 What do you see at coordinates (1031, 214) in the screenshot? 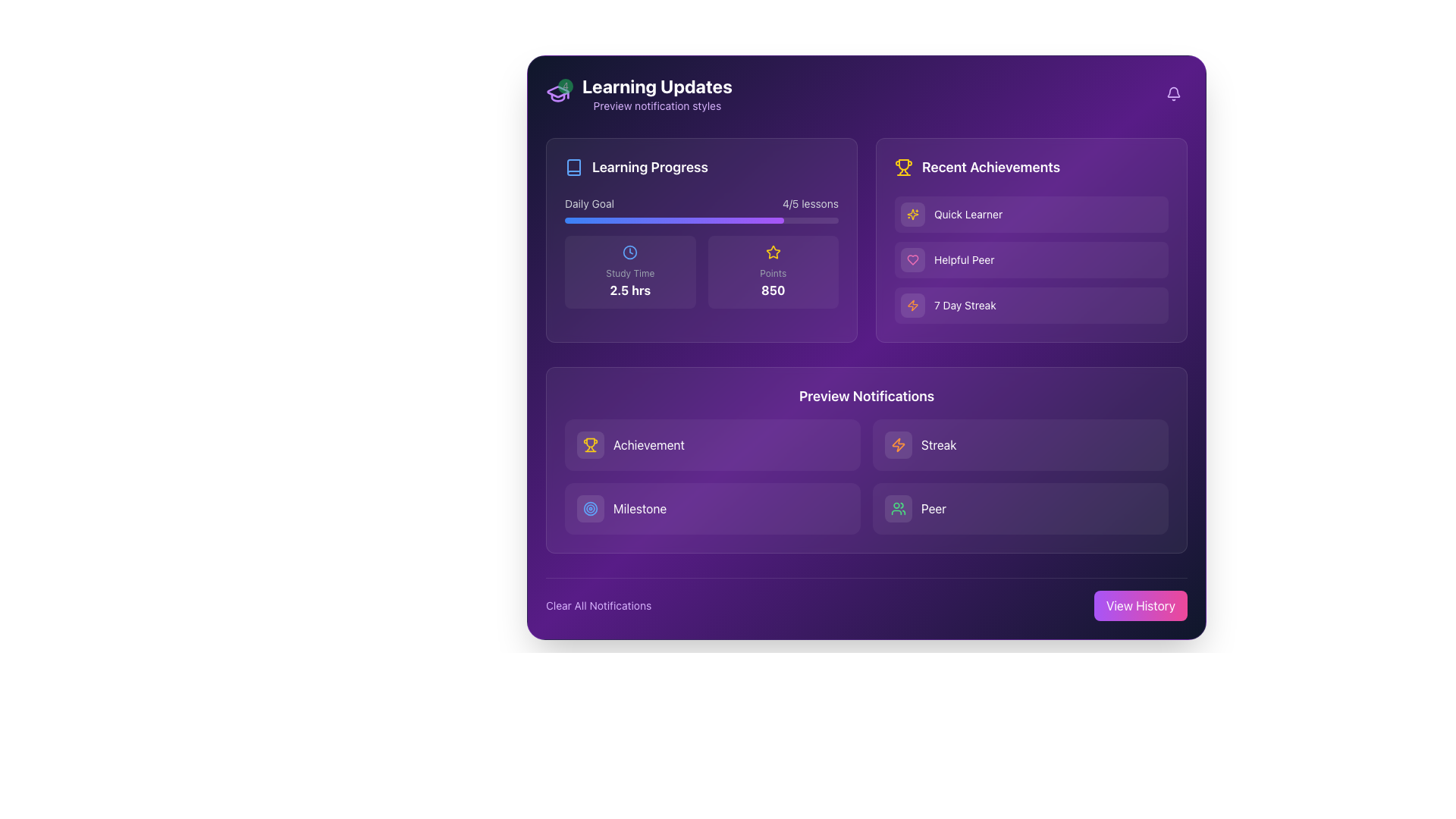
I see `the content of the first Display card in the 'Recent Achievements' section, which has a purple background and displays the text 'Quick Learner.'` at bounding box center [1031, 214].